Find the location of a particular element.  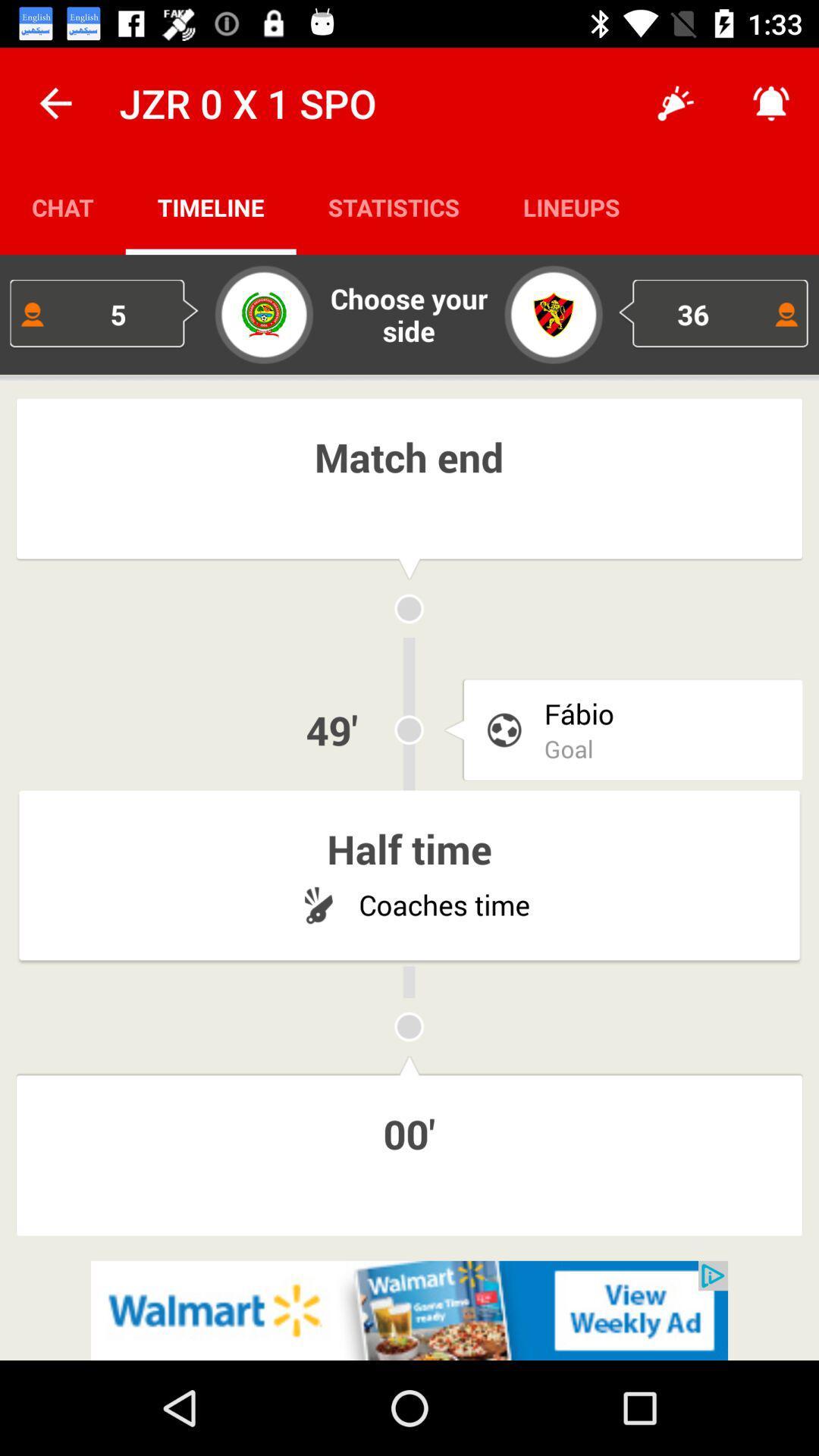

advertisement section is located at coordinates (409, 1310).